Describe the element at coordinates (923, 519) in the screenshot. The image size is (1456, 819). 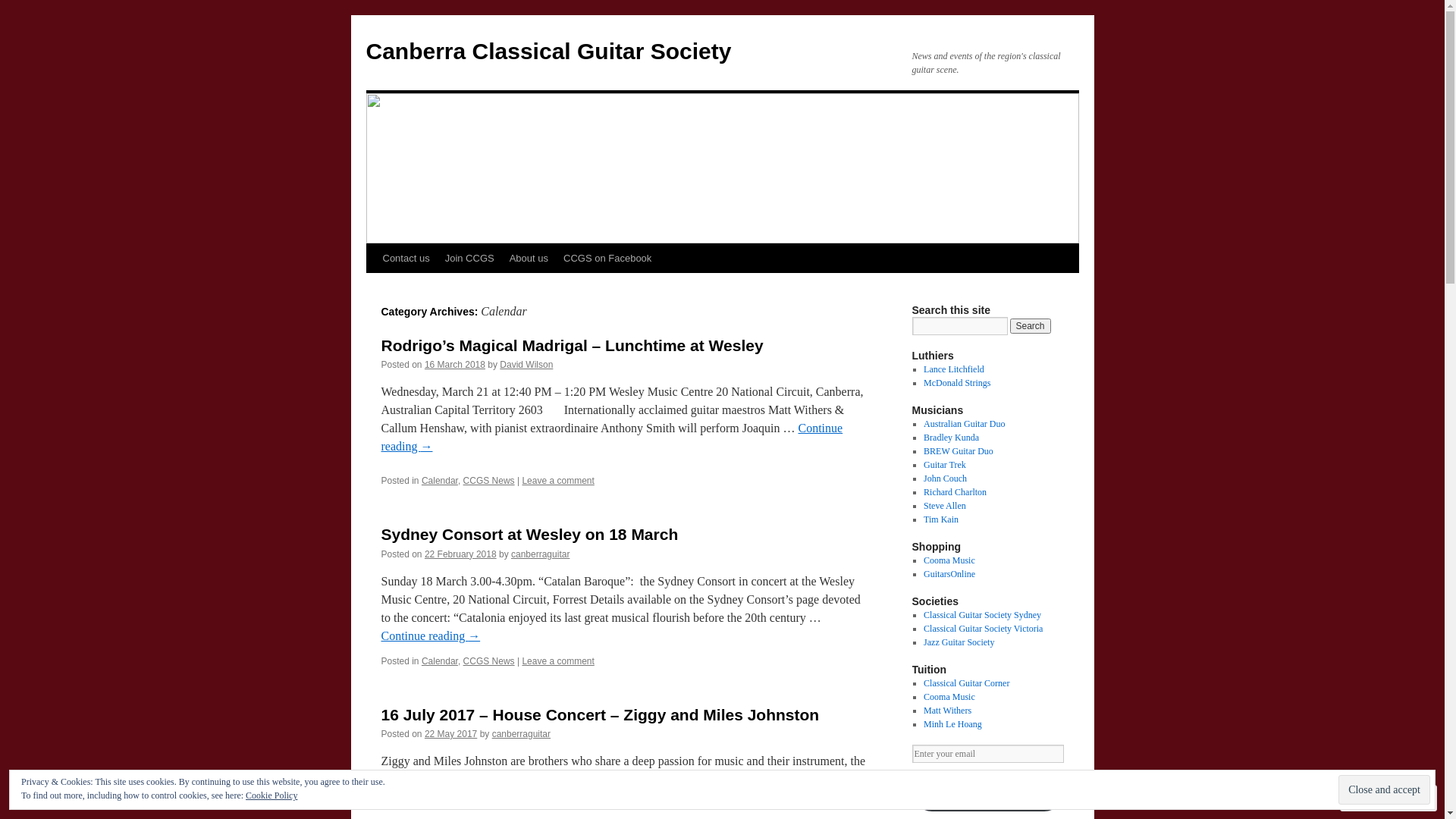
I see `'Tim Kain'` at that location.